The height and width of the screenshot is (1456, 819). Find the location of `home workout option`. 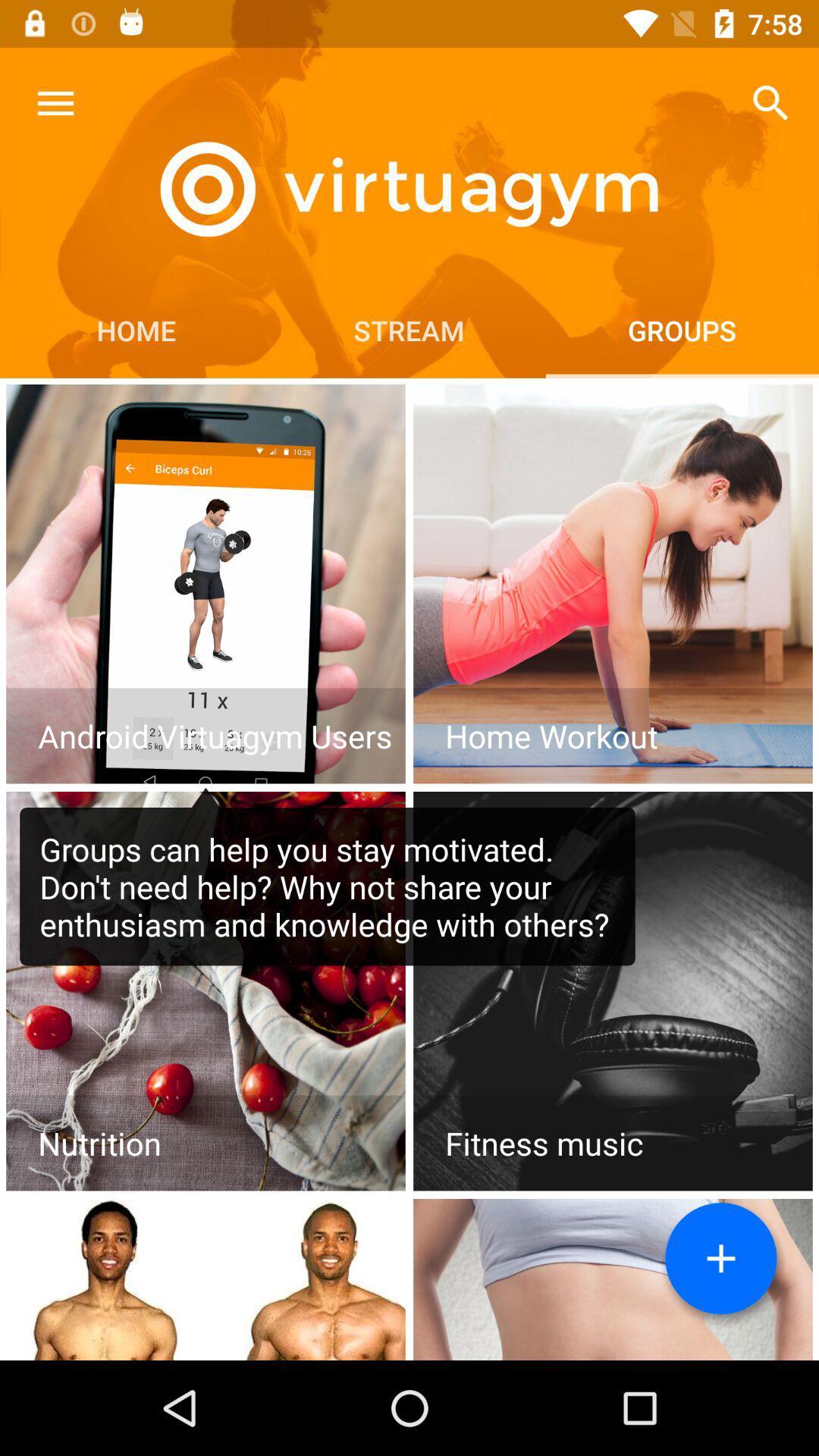

home workout option is located at coordinates (612, 583).